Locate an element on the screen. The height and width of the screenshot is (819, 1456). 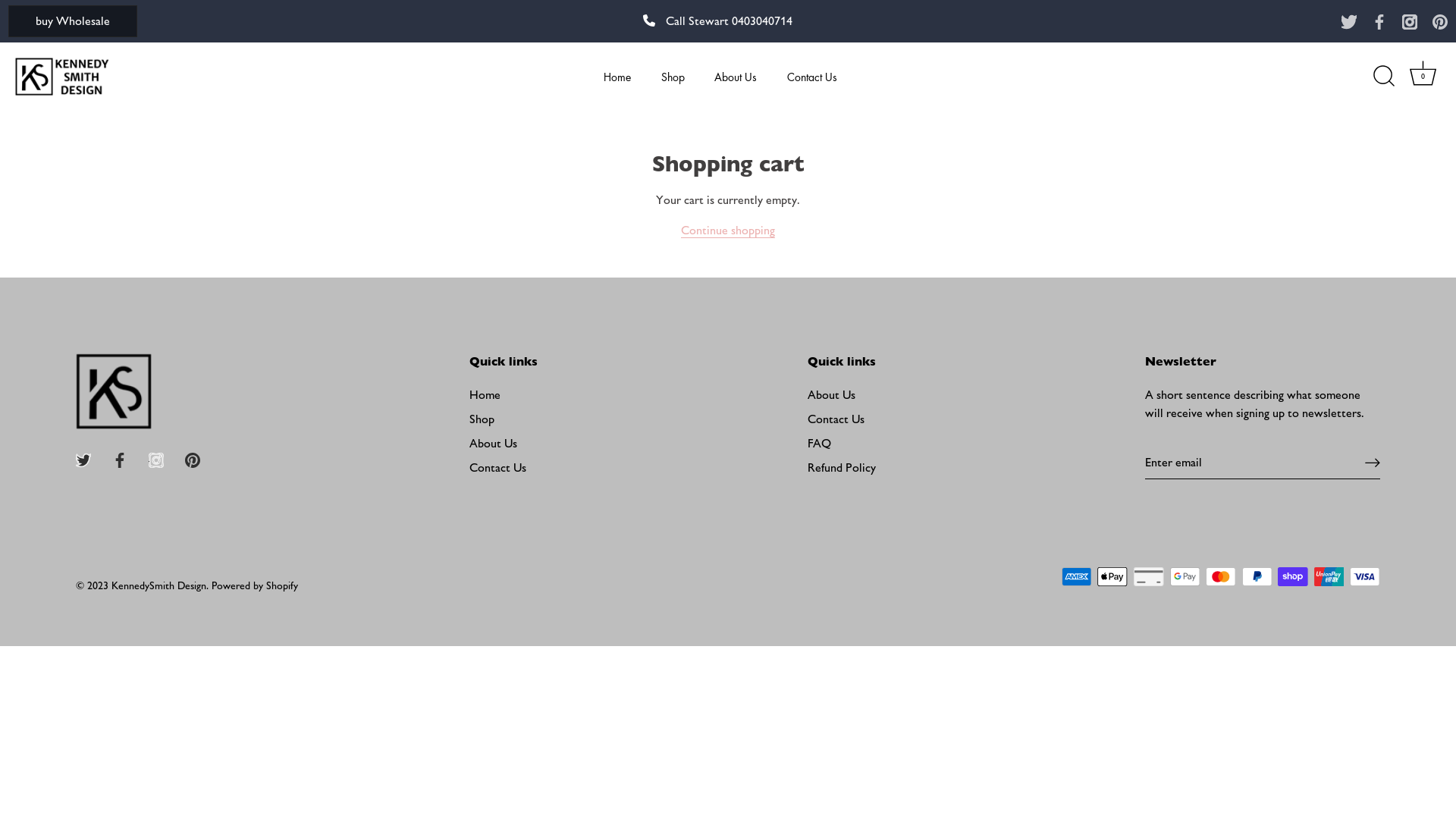
'About Us' is located at coordinates (830, 394).